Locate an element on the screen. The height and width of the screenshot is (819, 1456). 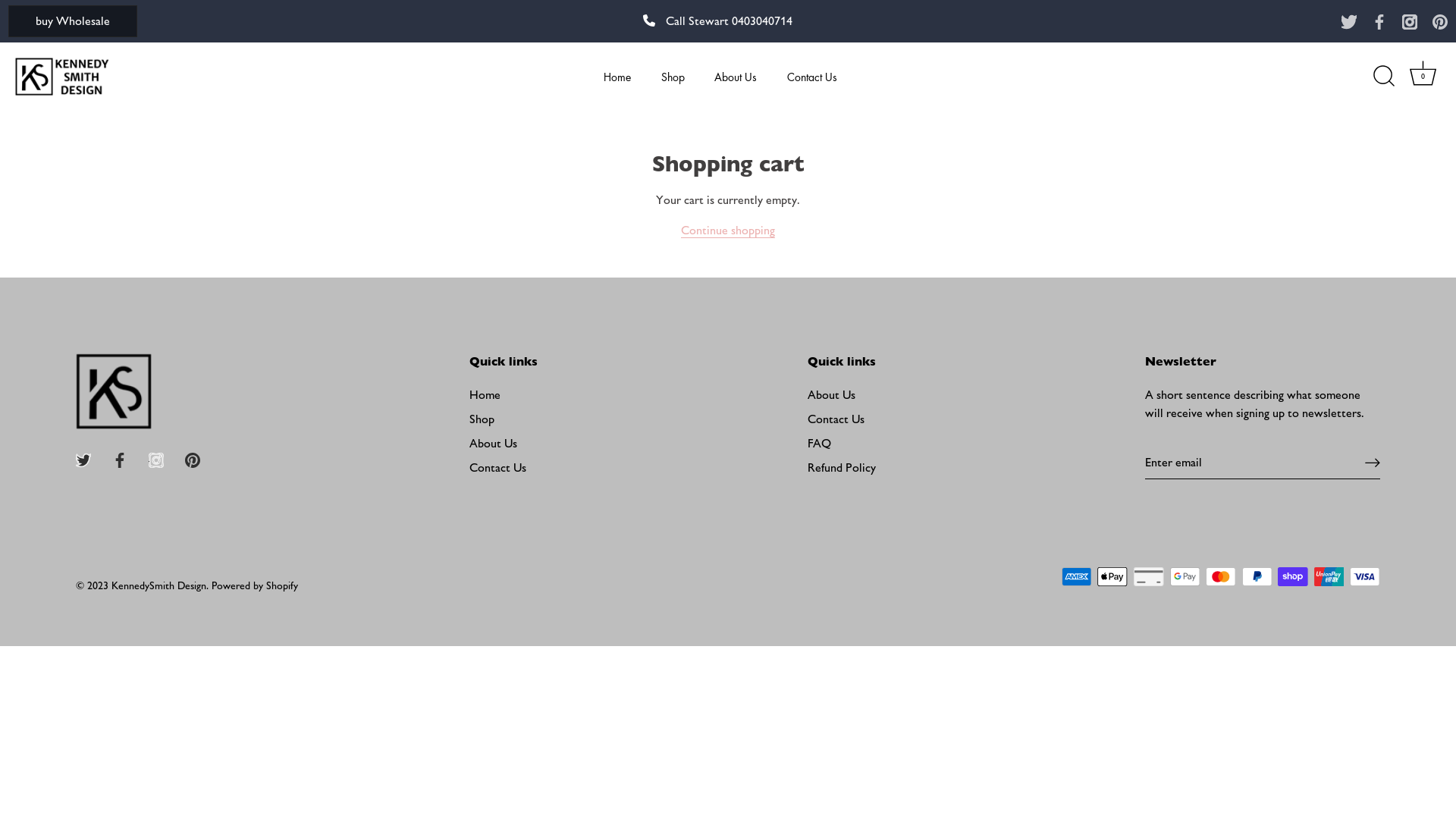
'About Us' is located at coordinates (830, 394).